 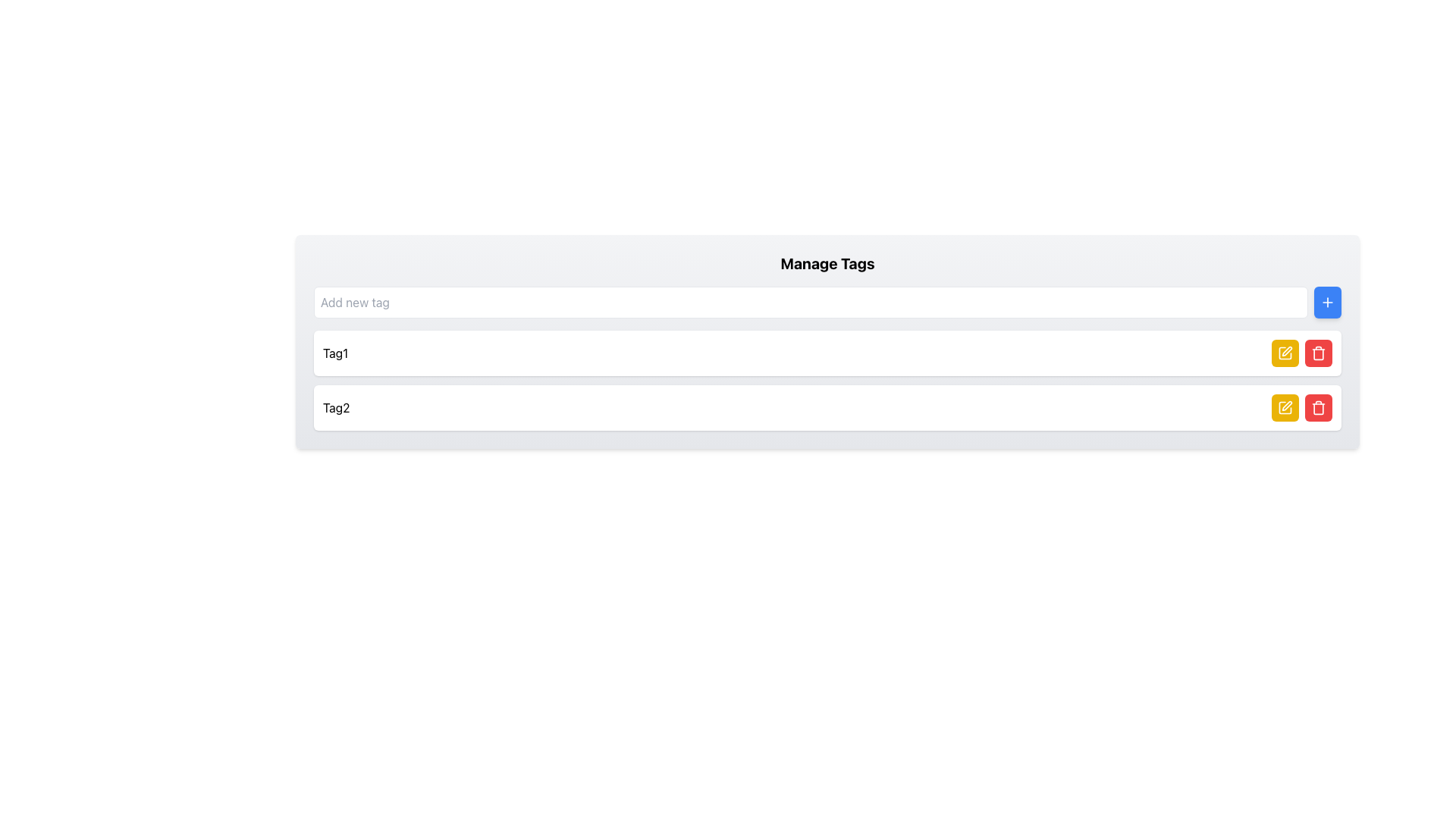 I want to click on the red trash button located at the rightmost position of the second row of buttons to initiate deletion, so click(x=1317, y=406).